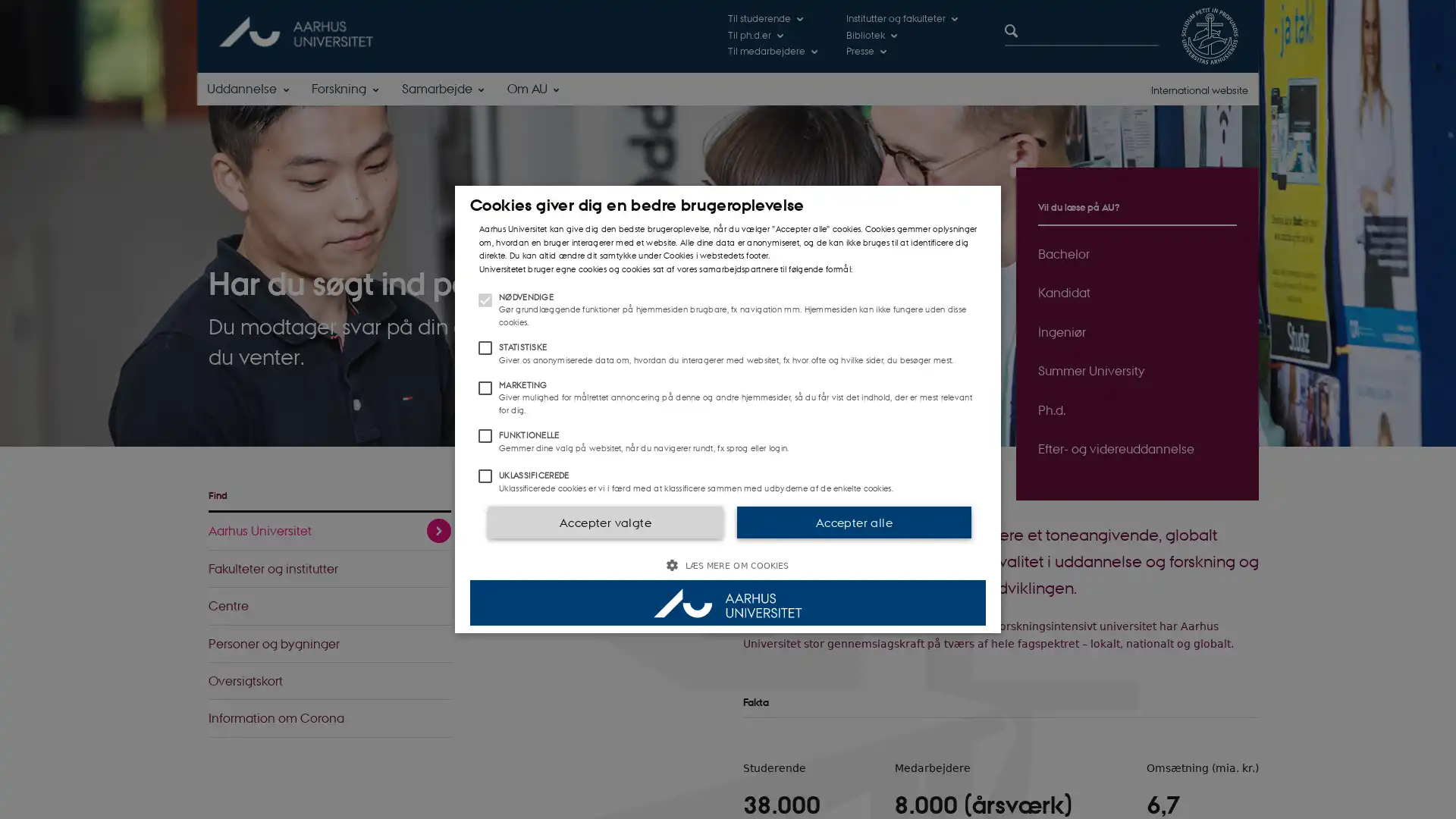 The width and height of the screenshot is (1456, 819). I want to click on LS MERE OM COOKIES, so click(728, 565).